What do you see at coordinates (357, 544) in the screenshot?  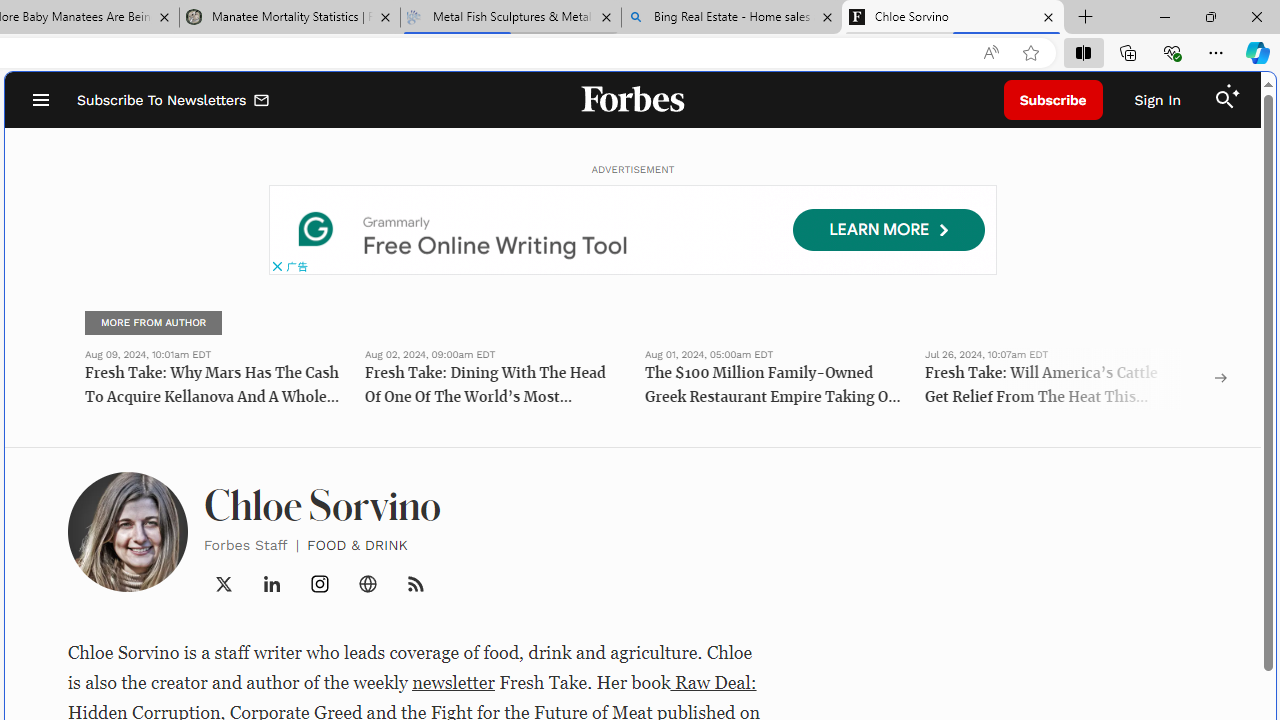 I see `'FOOD & DRINK'` at bounding box center [357, 544].